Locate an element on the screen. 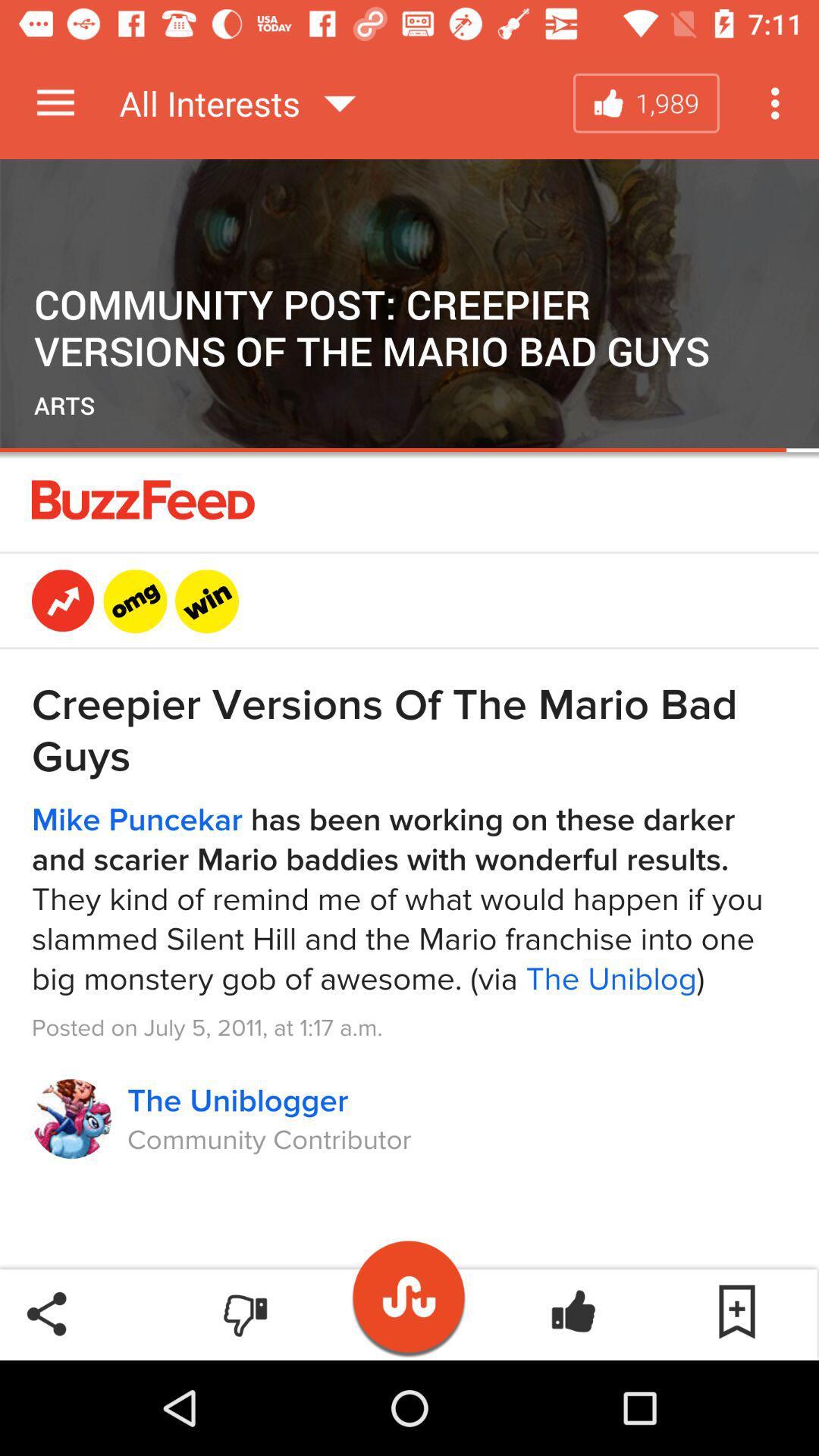 Image resolution: width=819 pixels, height=1456 pixels. musically is located at coordinates (409, 1288).